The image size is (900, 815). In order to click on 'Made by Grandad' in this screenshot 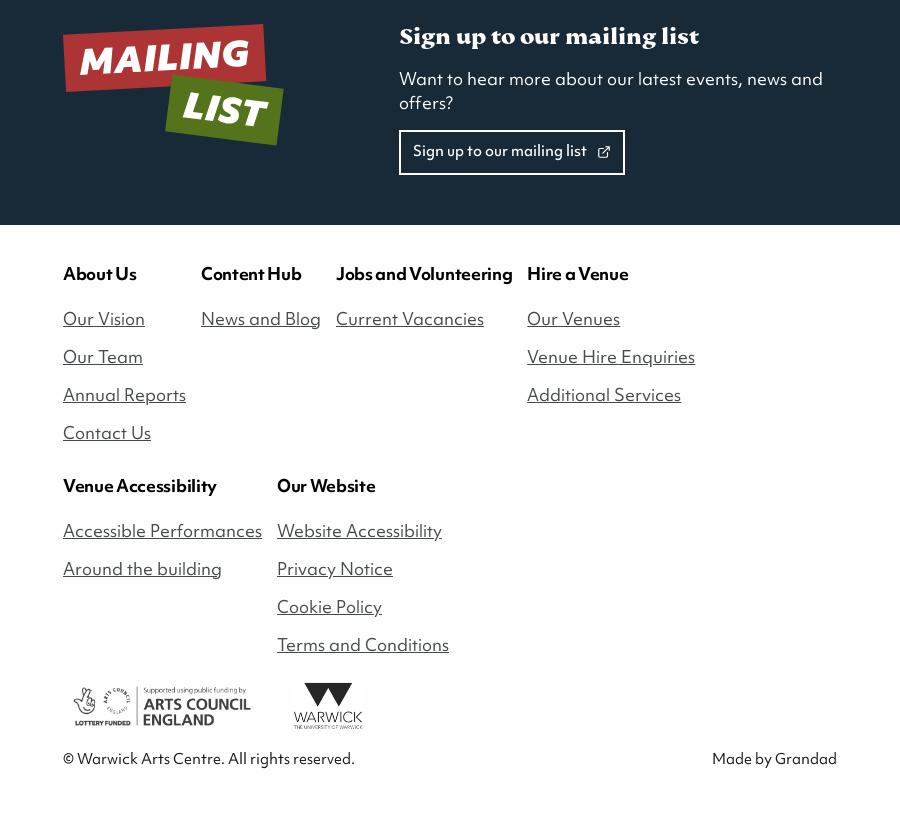, I will do `click(773, 758)`.